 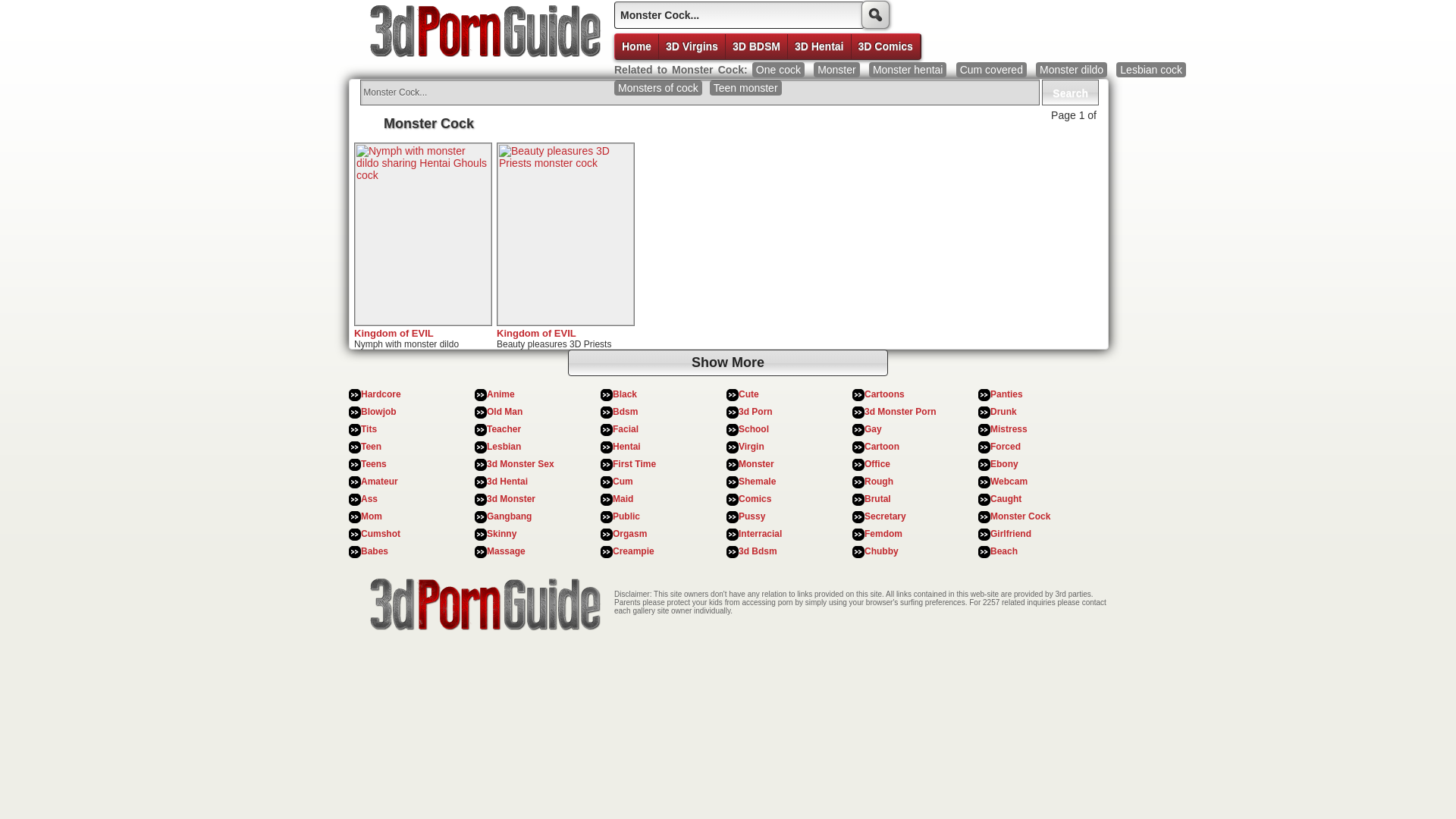 I want to click on 'Comics', so click(x=755, y=499).